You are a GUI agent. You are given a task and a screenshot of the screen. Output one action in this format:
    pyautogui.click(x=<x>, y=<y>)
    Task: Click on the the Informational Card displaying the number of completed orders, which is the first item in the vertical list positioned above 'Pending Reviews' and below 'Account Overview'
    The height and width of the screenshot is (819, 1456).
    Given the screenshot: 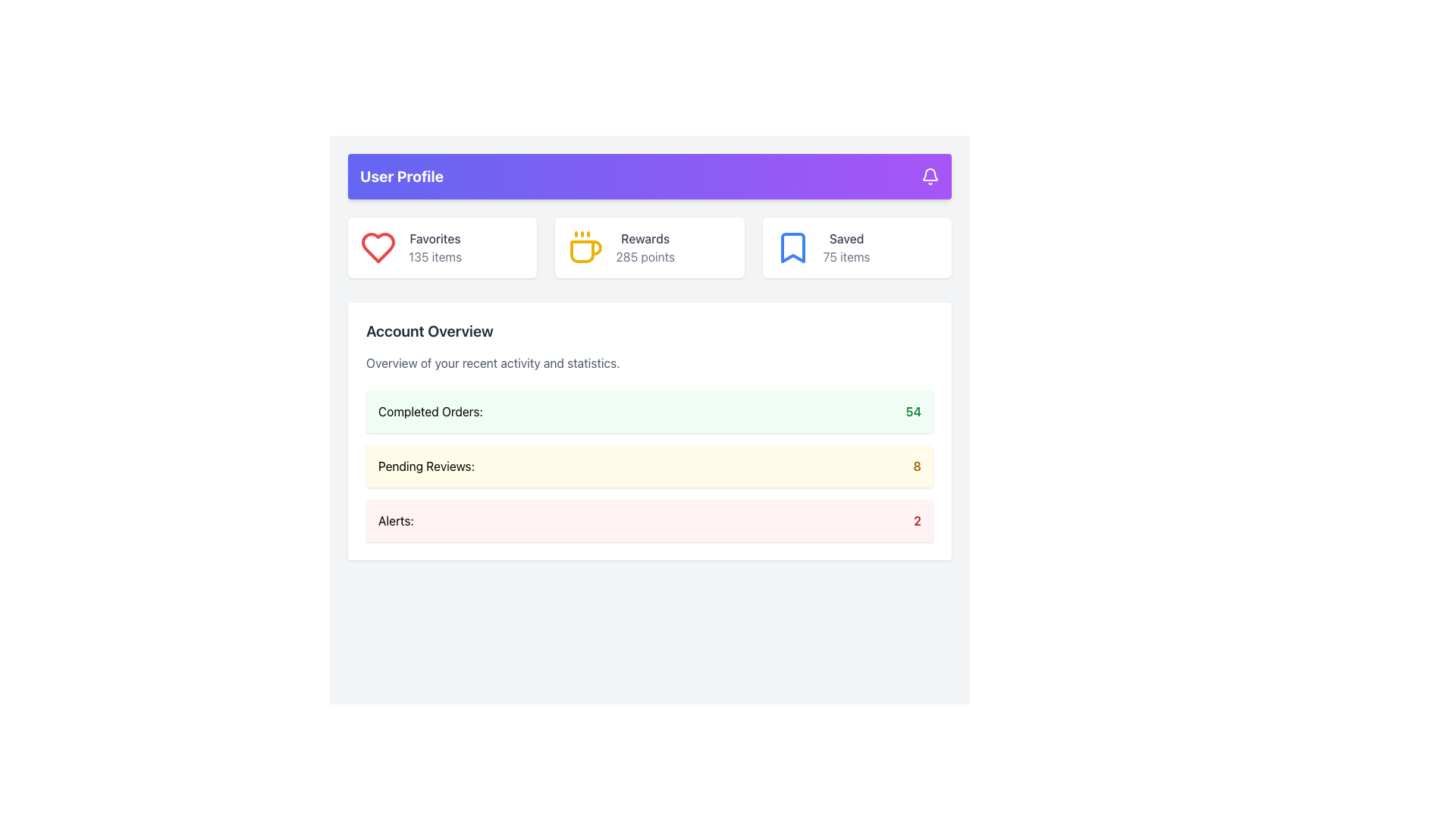 What is the action you would take?
    pyautogui.click(x=650, y=412)
    